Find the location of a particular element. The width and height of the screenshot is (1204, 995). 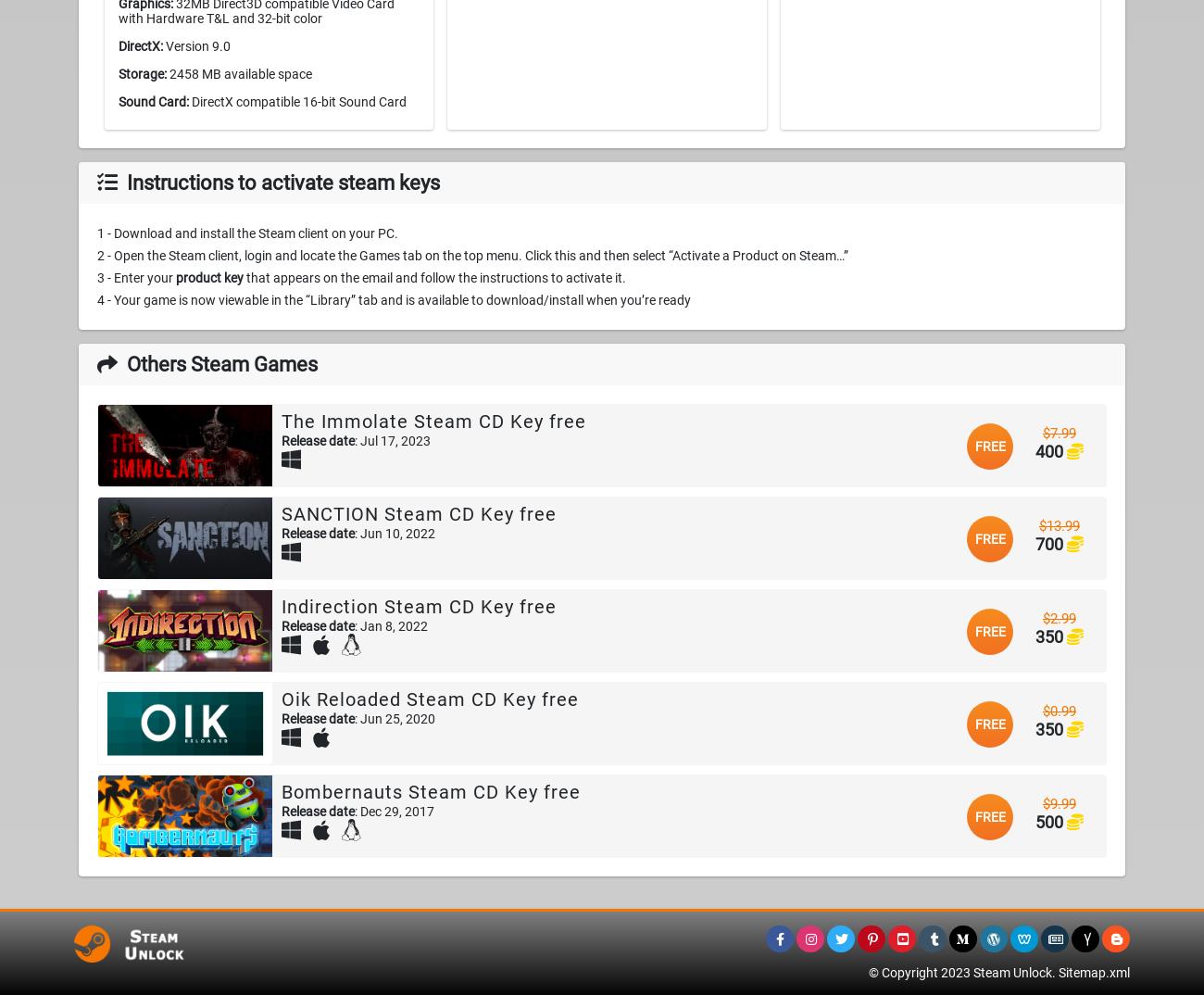

'$9.99' is located at coordinates (1060, 803).